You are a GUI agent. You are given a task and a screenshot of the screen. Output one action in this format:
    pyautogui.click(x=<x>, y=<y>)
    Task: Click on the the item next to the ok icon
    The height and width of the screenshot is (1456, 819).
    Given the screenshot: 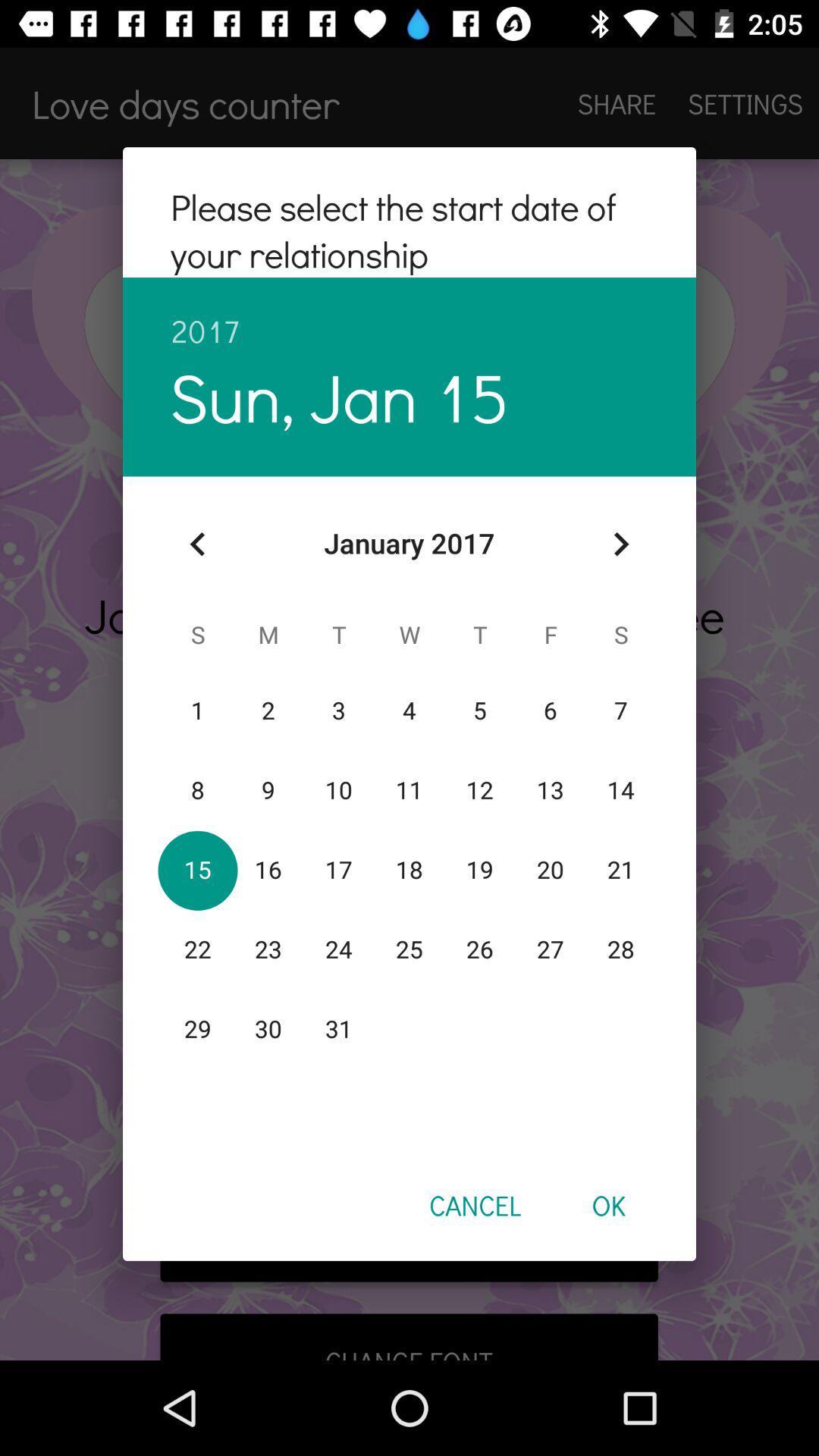 What is the action you would take?
    pyautogui.click(x=474, y=1204)
    